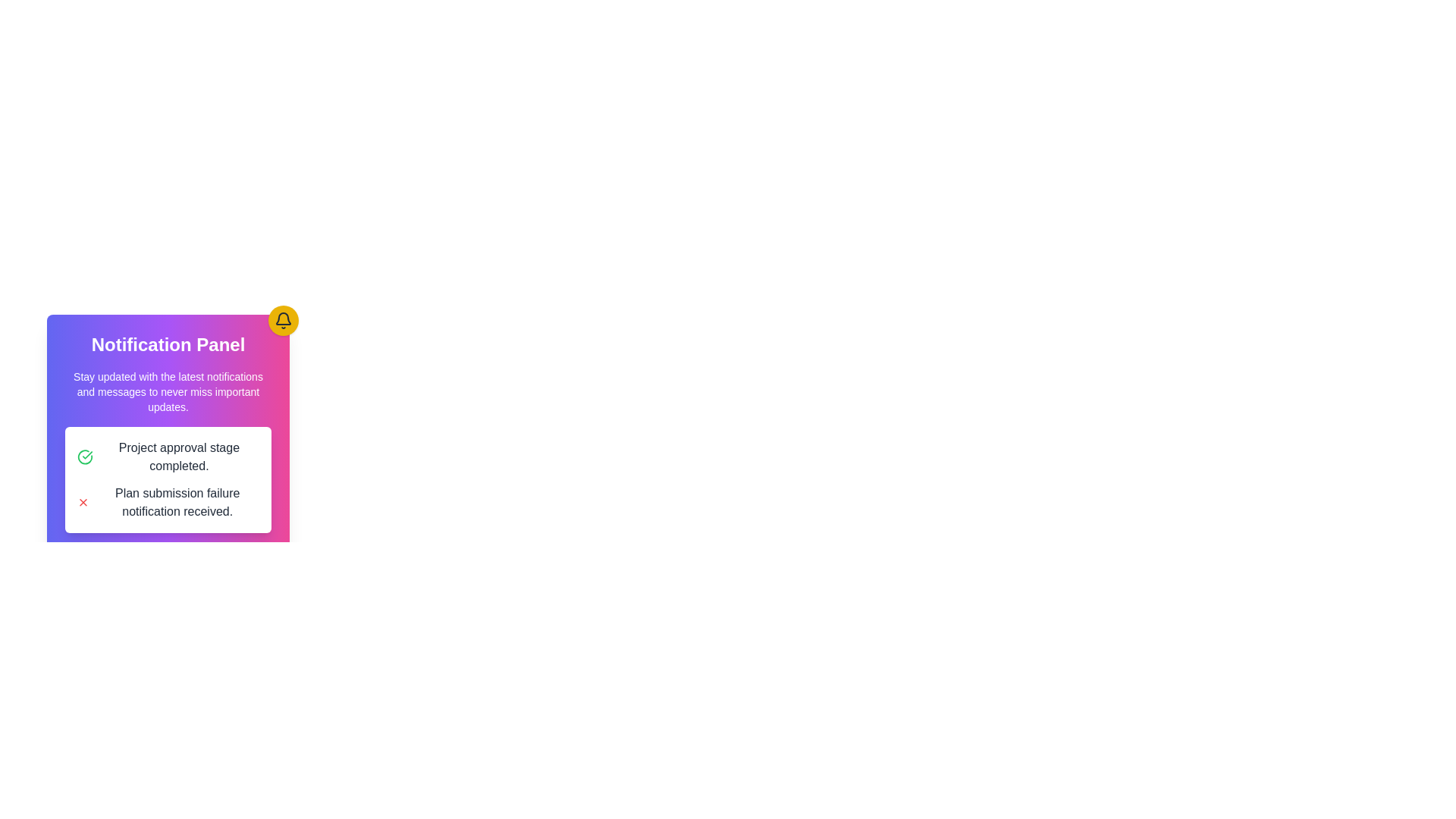 This screenshot has width=1456, height=819. I want to click on the green check mark icon indicating project approval, located to the left of the text 'Project approval stage completed' in the notification panel, so click(86, 454).